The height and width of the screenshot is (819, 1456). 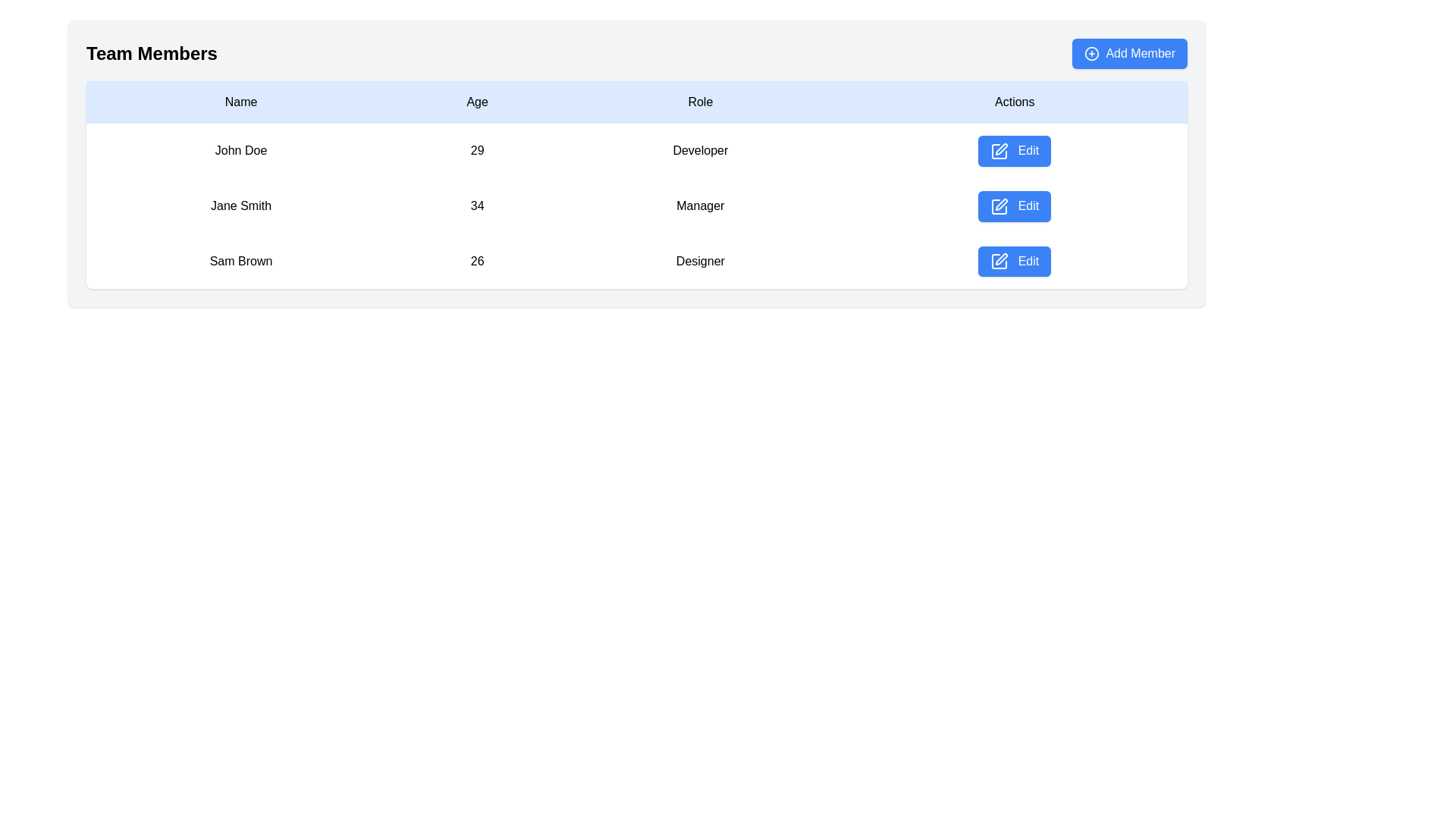 What do you see at coordinates (1015, 260) in the screenshot?
I see `the edit button located in the 'Actions' column of the last row in the table for 'Sam Brown'` at bounding box center [1015, 260].